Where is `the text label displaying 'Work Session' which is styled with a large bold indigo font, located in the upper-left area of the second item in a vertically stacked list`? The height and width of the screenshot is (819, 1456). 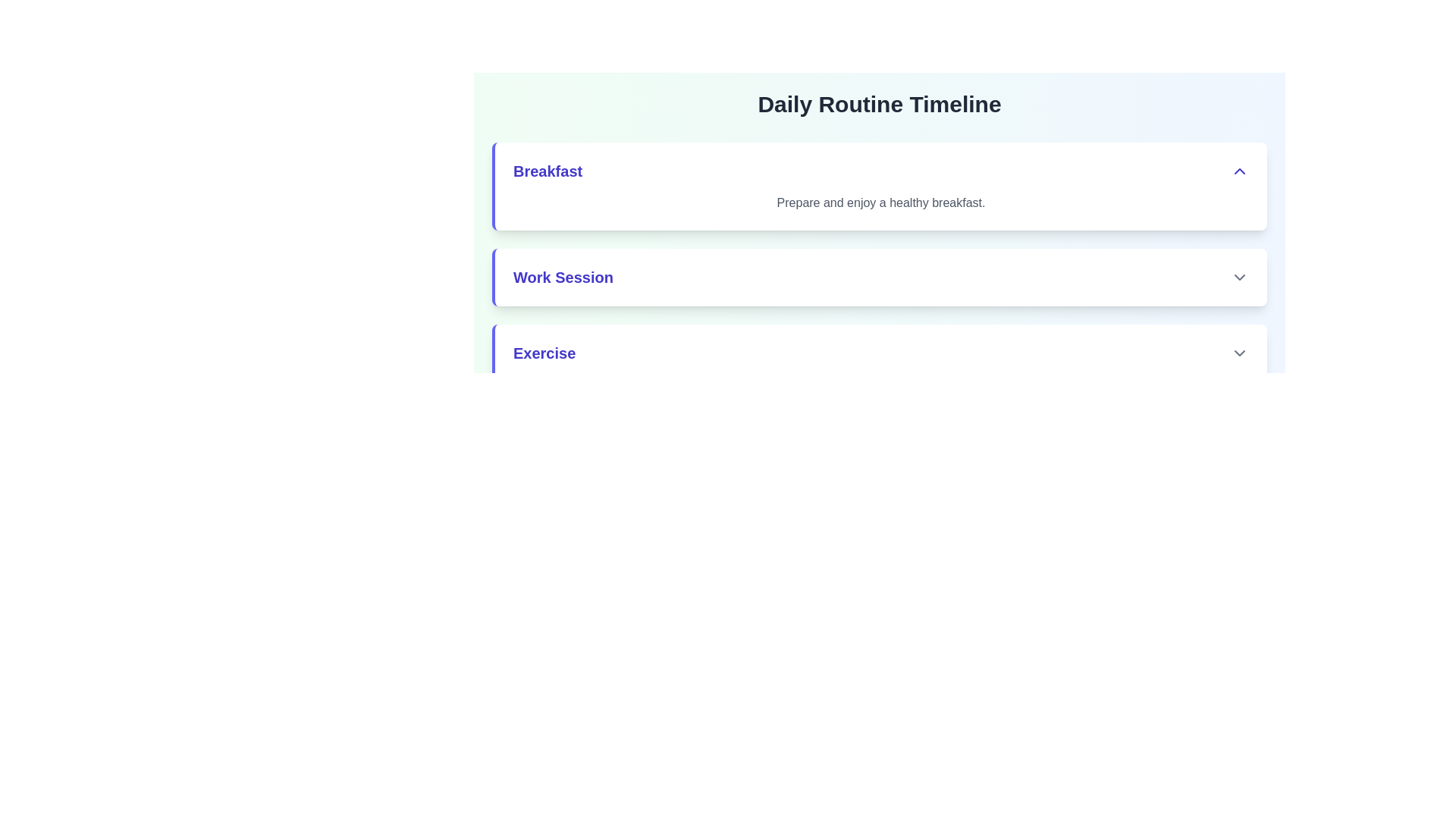
the text label displaying 'Work Session' which is styled with a large bold indigo font, located in the upper-left area of the second item in a vertically stacked list is located at coordinates (563, 278).